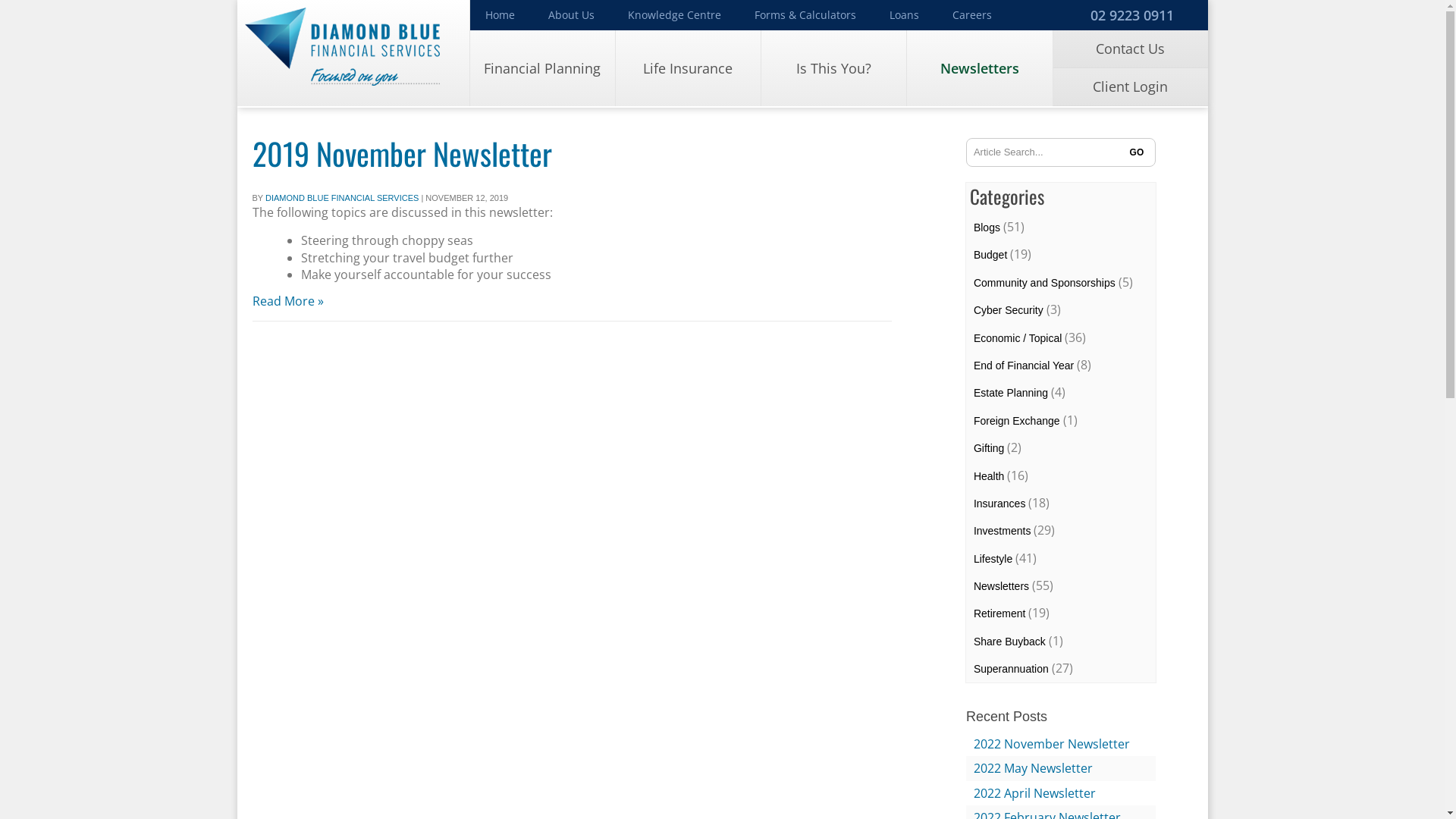  What do you see at coordinates (739, 14) in the screenshot?
I see `'Forms & Calculators'` at bounding box center [739, 14].